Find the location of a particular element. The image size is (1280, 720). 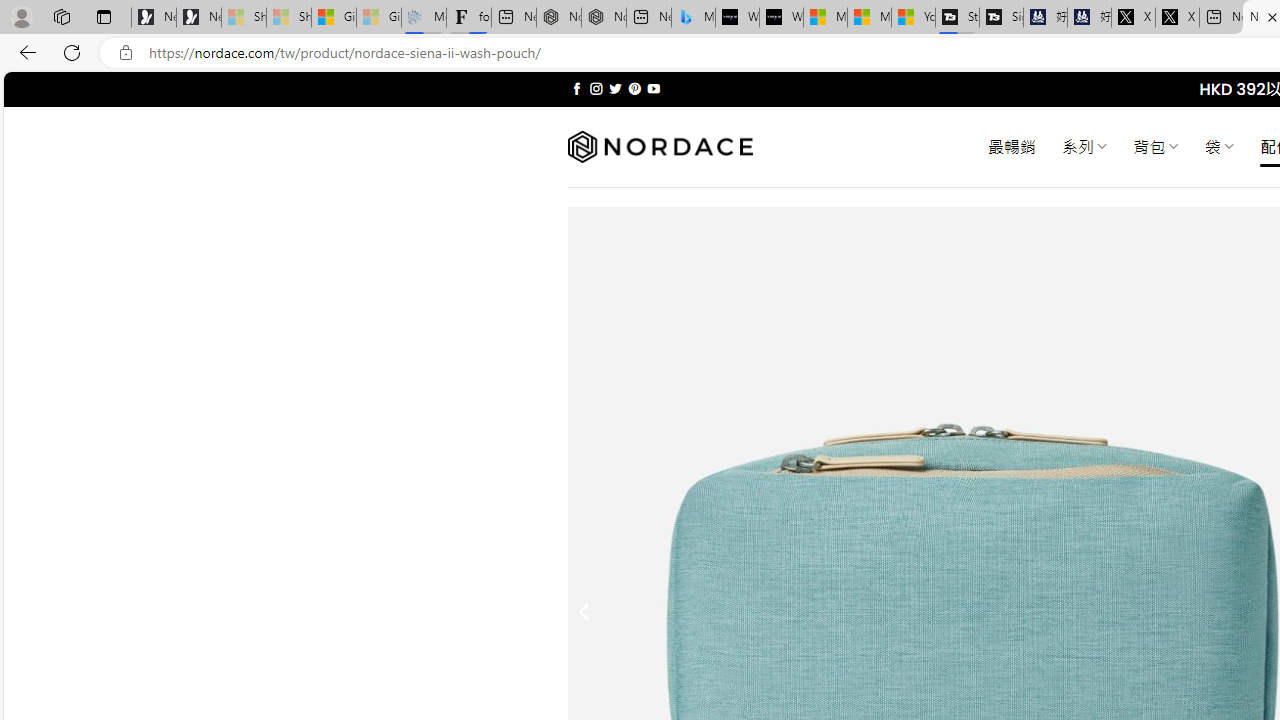

'Follow on YouTube' is located at coordinates (653, 88).